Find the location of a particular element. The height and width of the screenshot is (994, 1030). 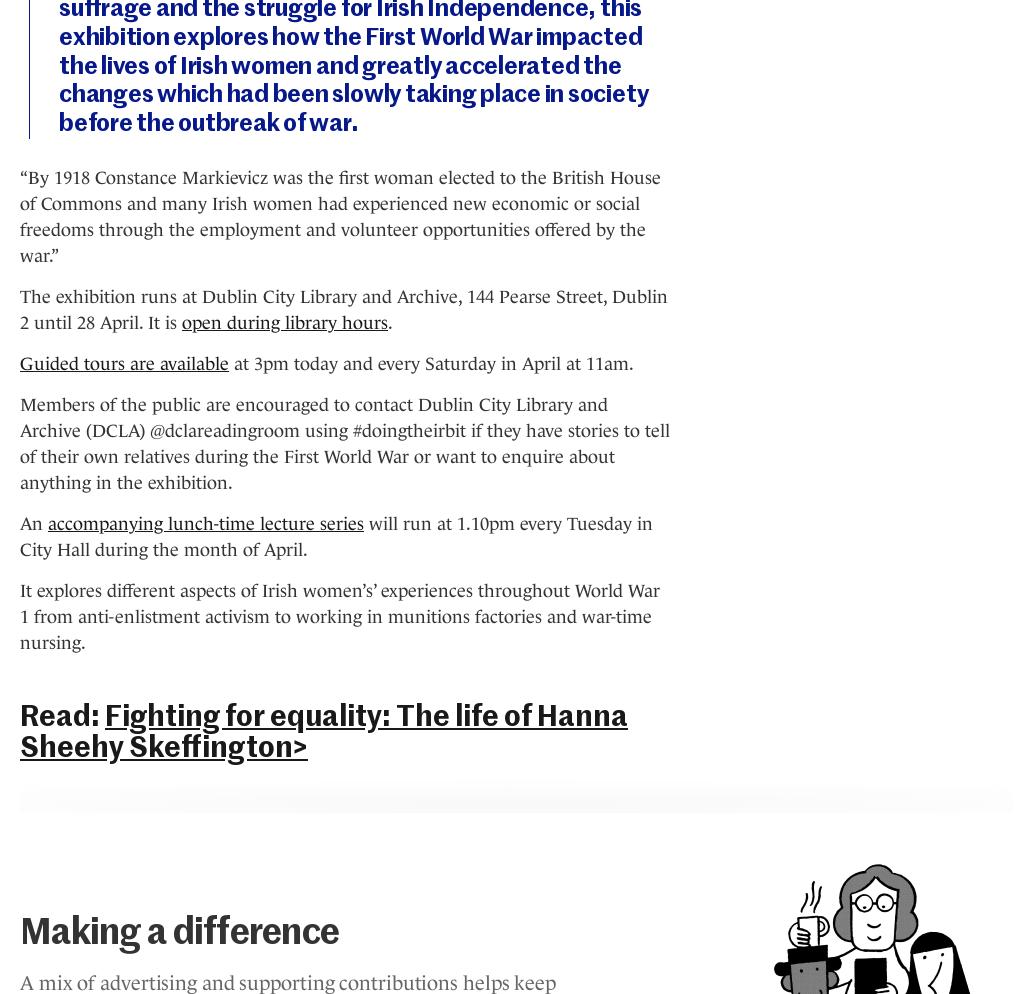

'An' is located at coordinates (33, 523).